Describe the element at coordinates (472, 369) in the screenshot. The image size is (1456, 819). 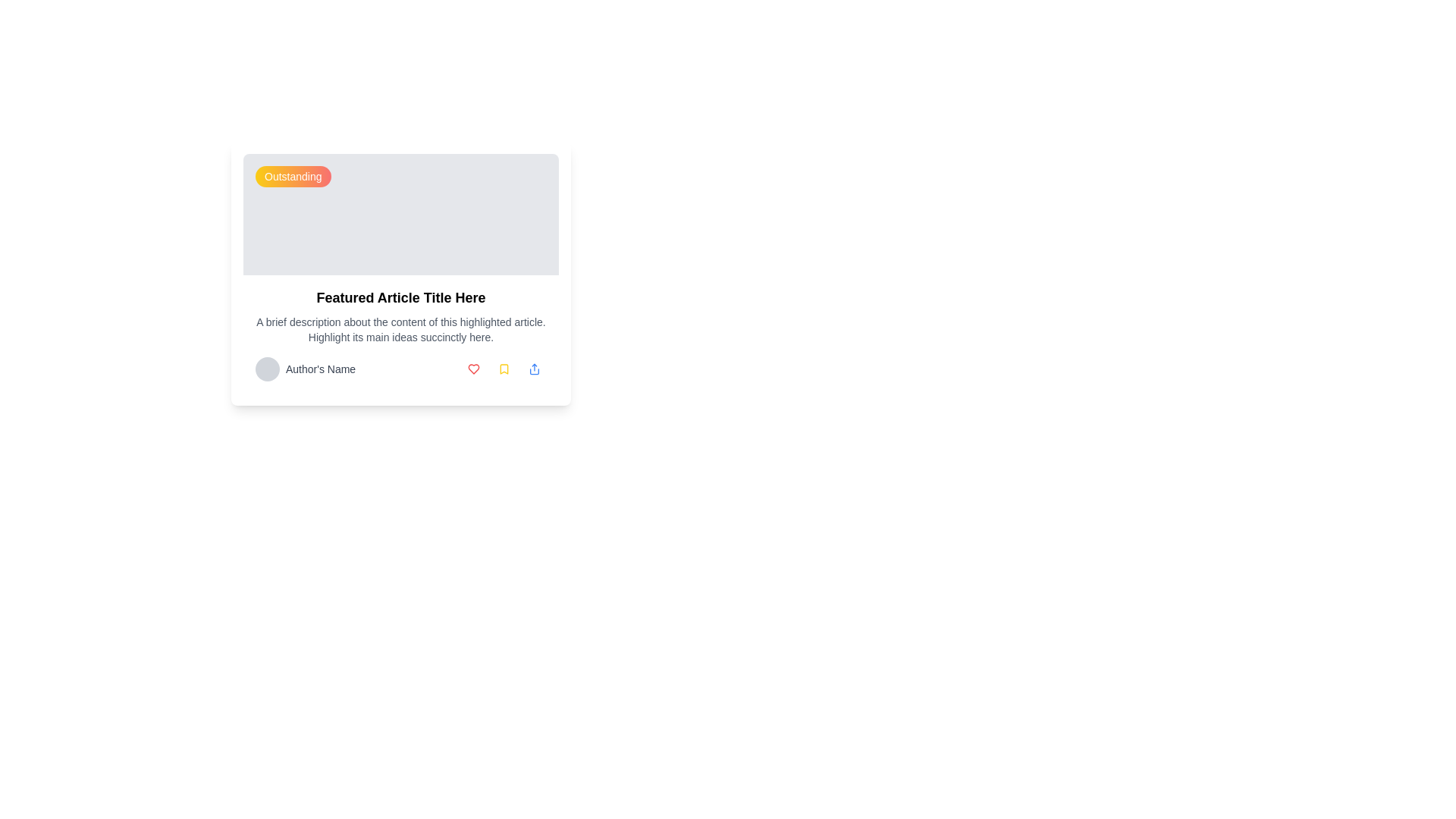
I see `the heart-shaped icon in the bottom toolbar of the card component` at that location.